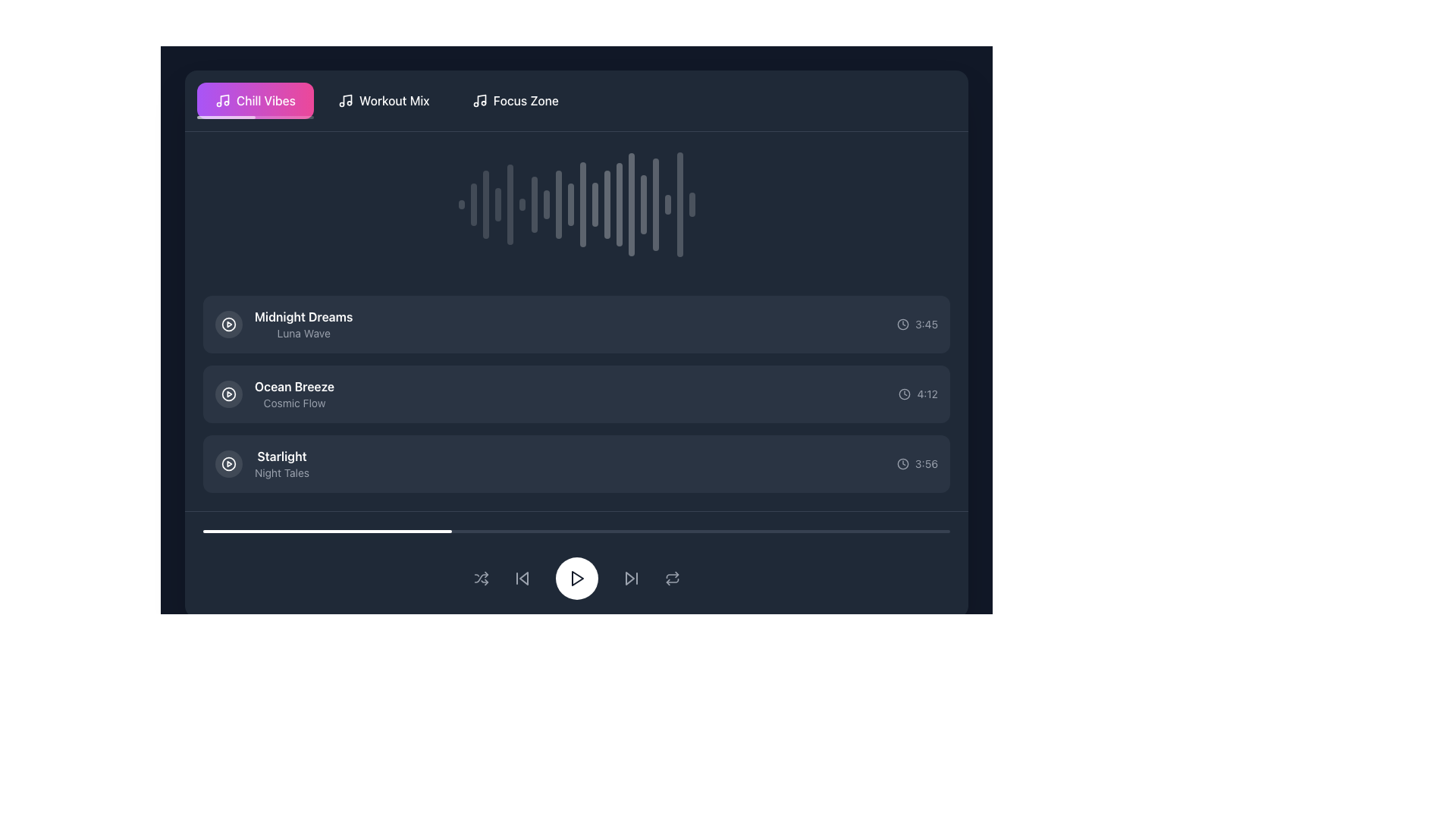 The width and height of the screenshot is (1456, 819). I want to click on the 13th Decorative visual bar in the sequence of vertical bars, which is styled with a light color and has a glowing animation, so click(607, 205).